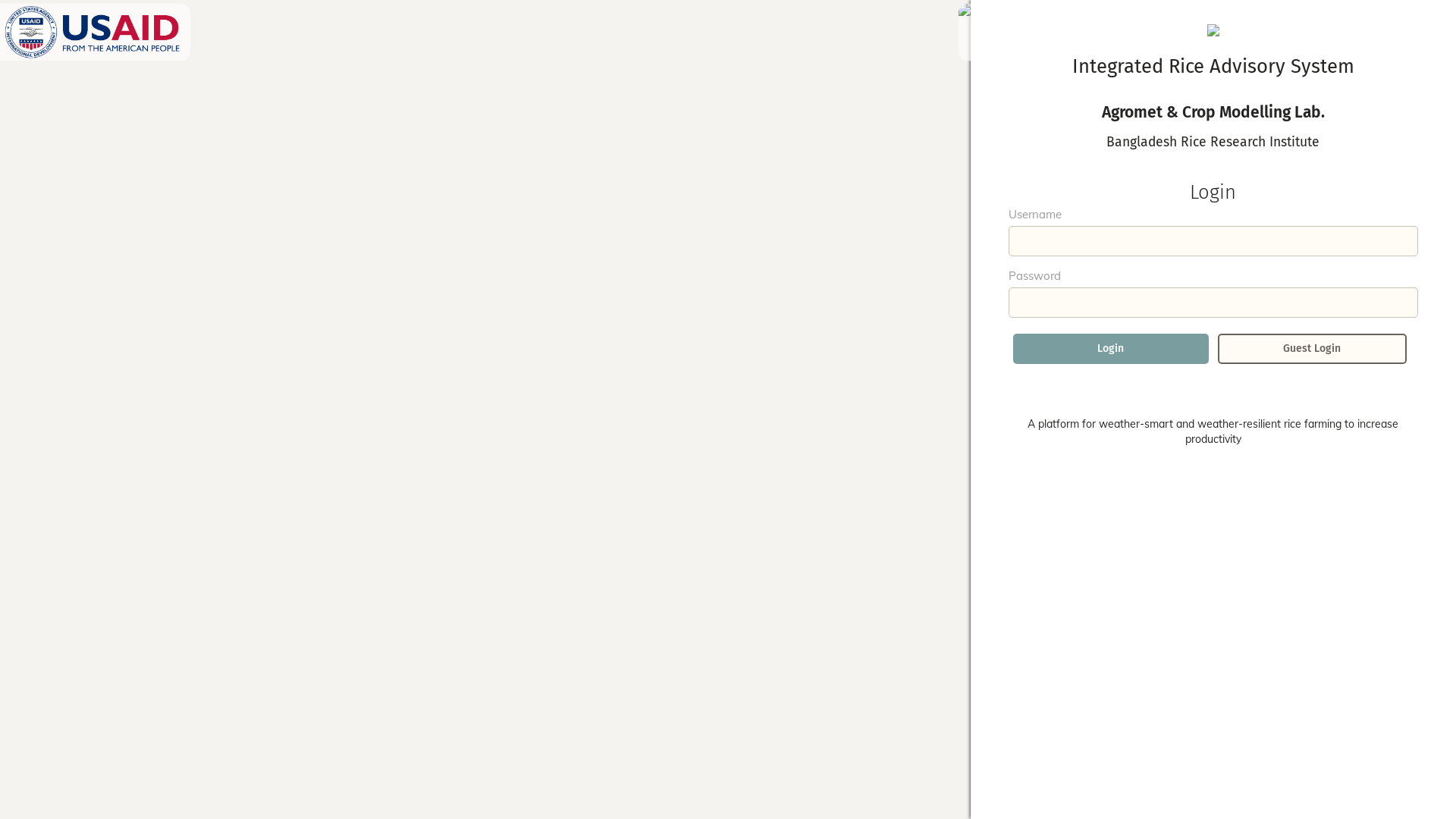  I want to click on 'Guest Login', so click(1311, 348).